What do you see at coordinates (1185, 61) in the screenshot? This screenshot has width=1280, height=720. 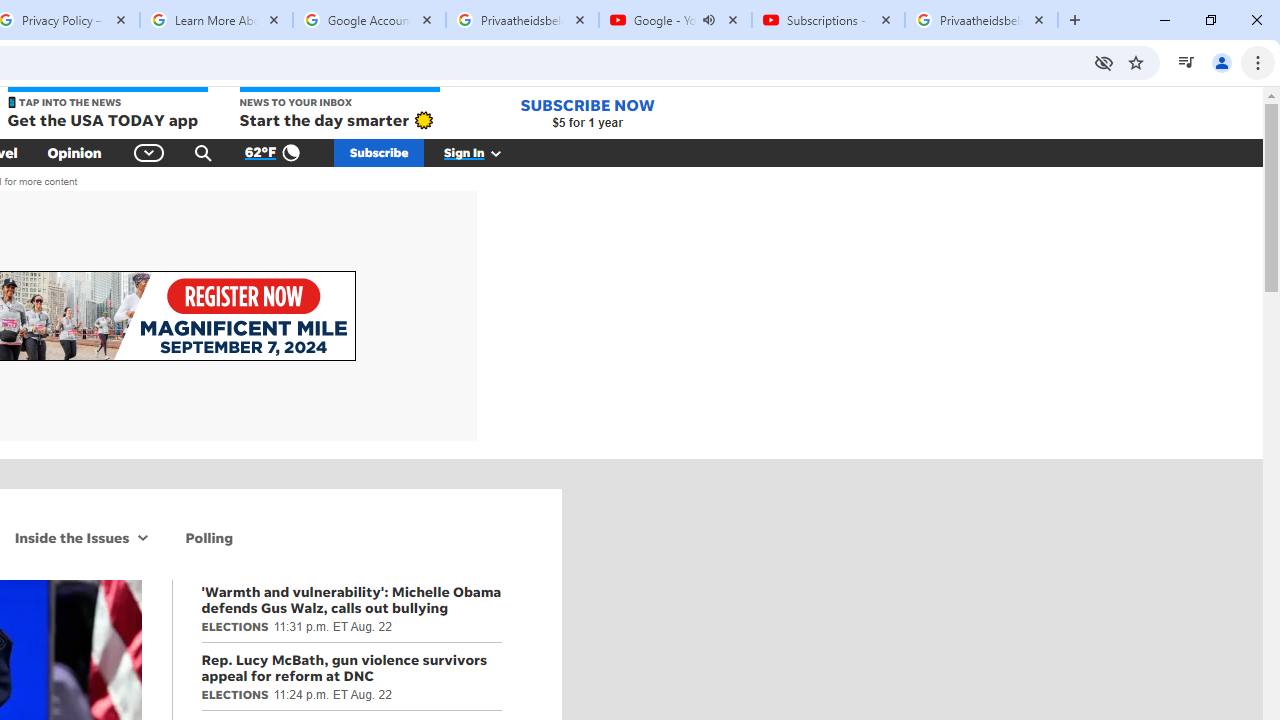 I see `'Control your music, videos, and more'` at bounding box center [1185, 61].